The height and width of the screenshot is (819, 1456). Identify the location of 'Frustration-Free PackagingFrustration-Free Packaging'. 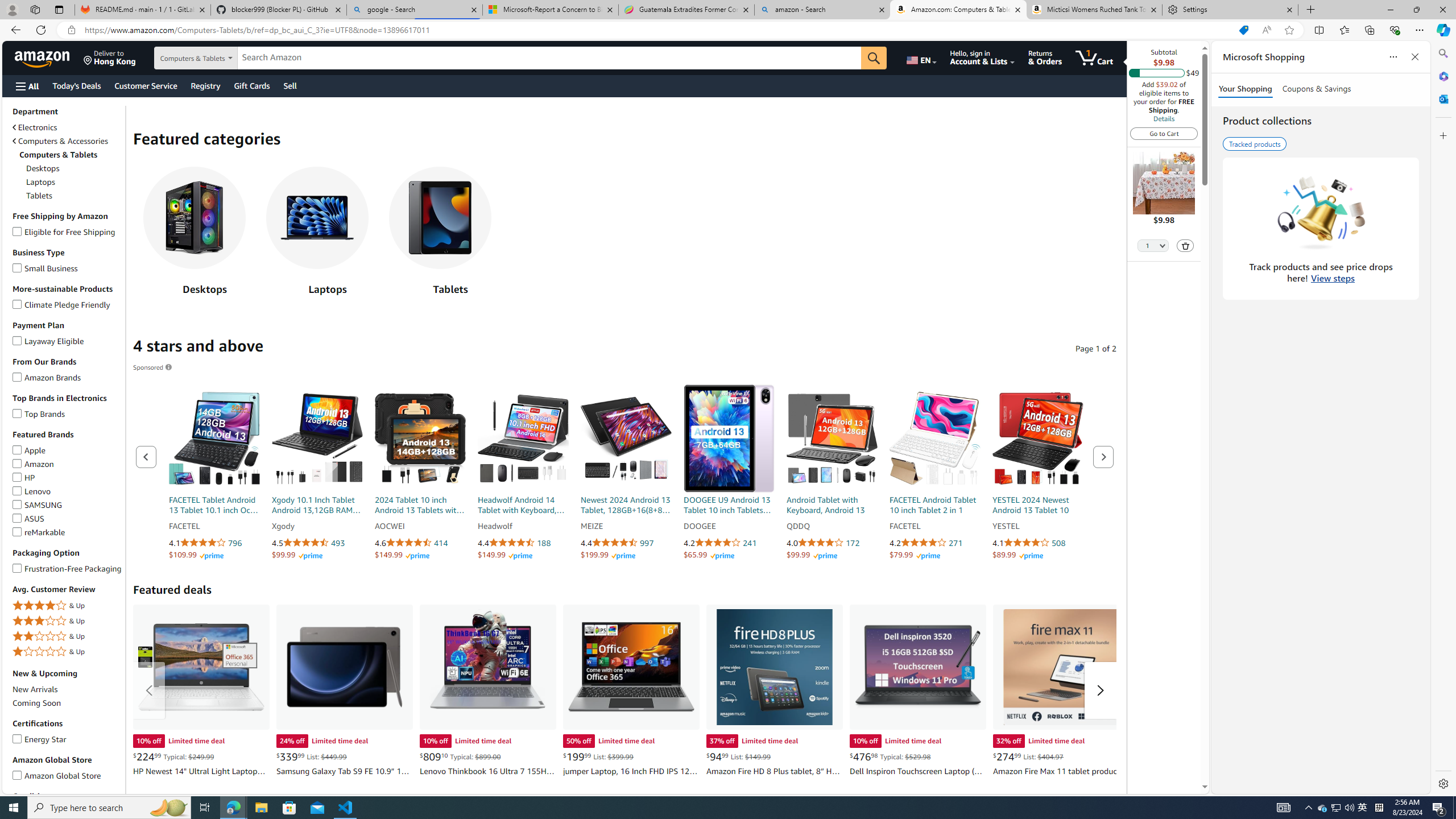
(67, 568).